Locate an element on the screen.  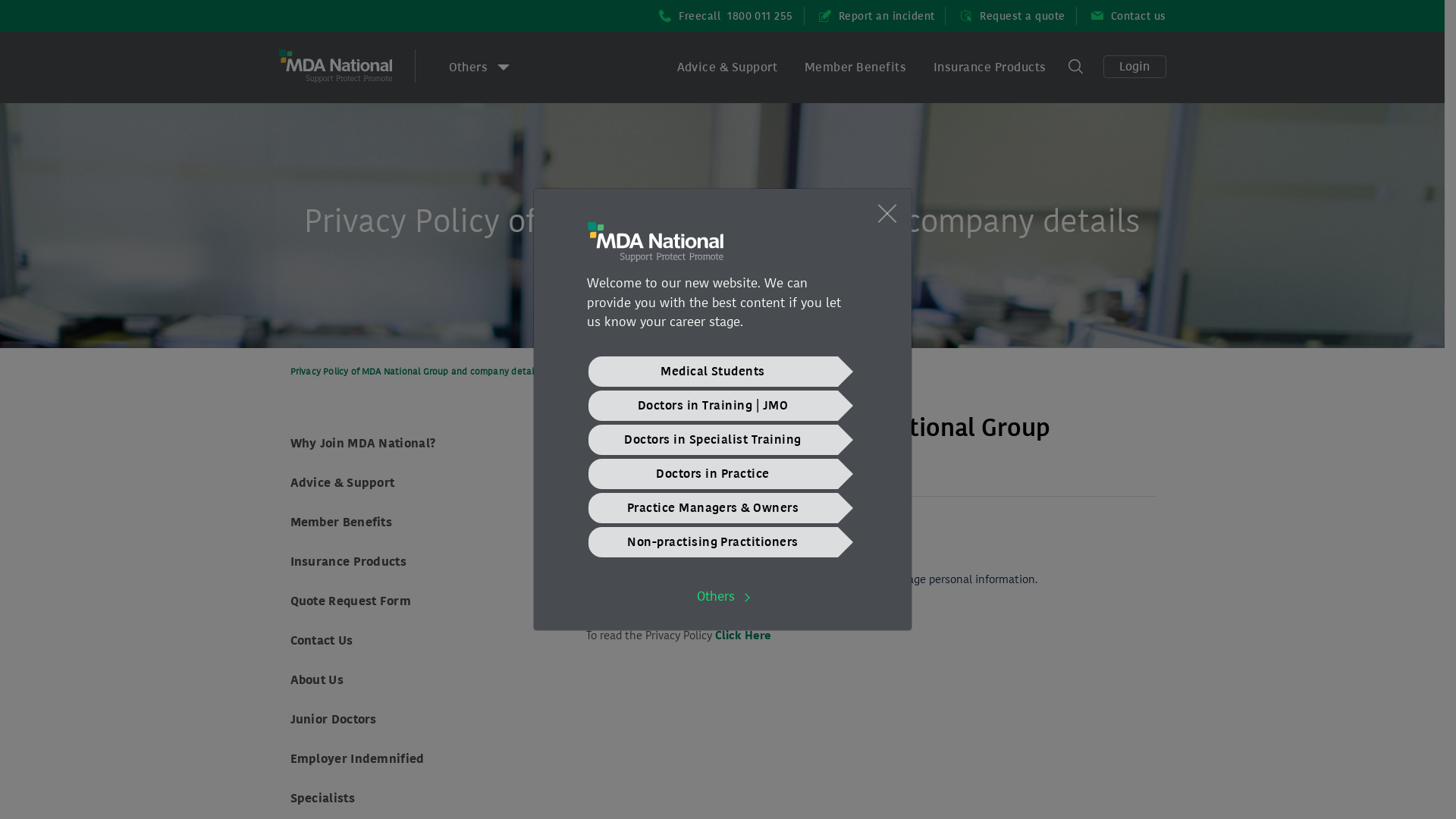
'Click Here' is located at coordinates (742, 635).